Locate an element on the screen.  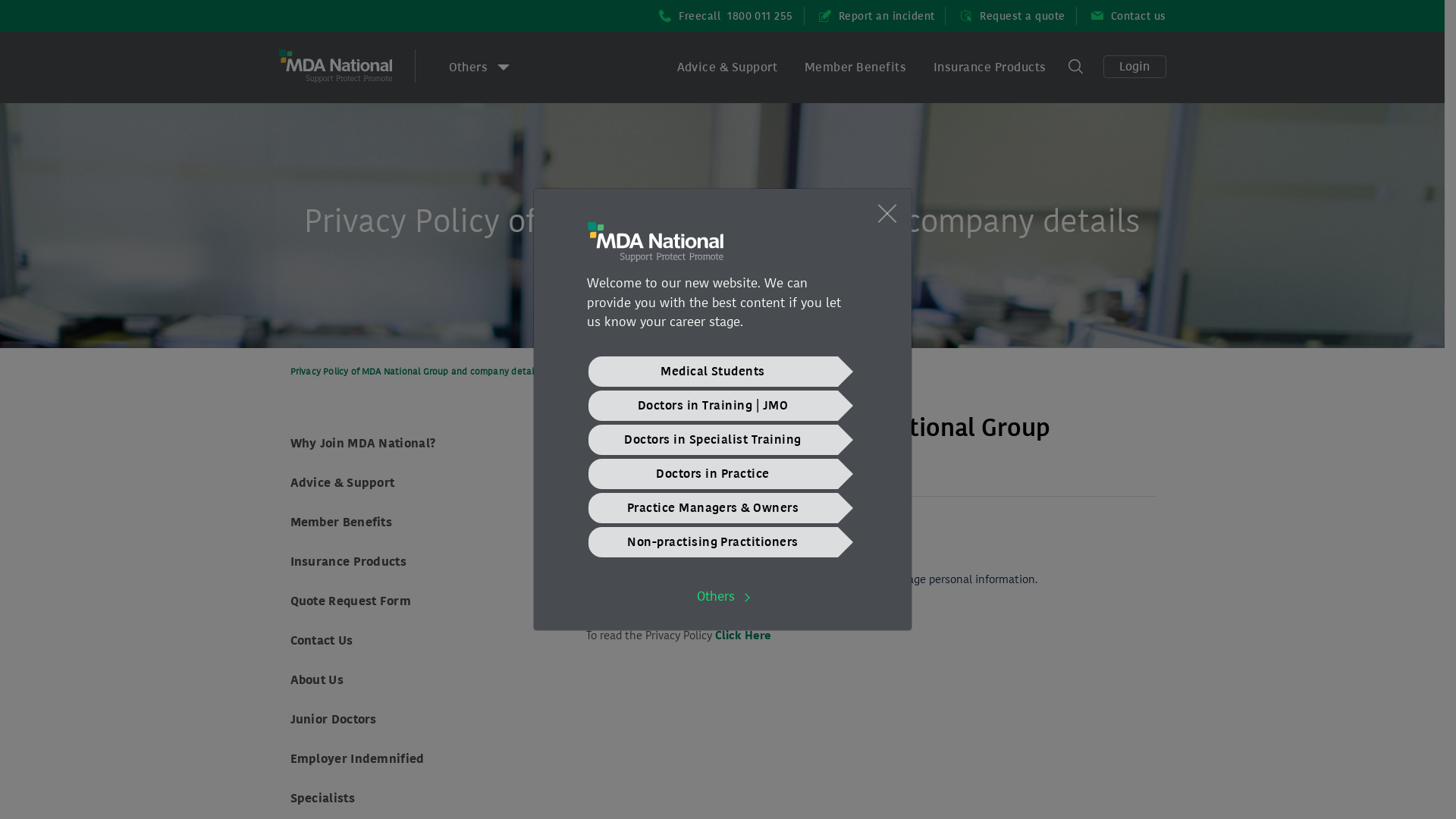
'Click Here' is located at coordinates (742, 635).